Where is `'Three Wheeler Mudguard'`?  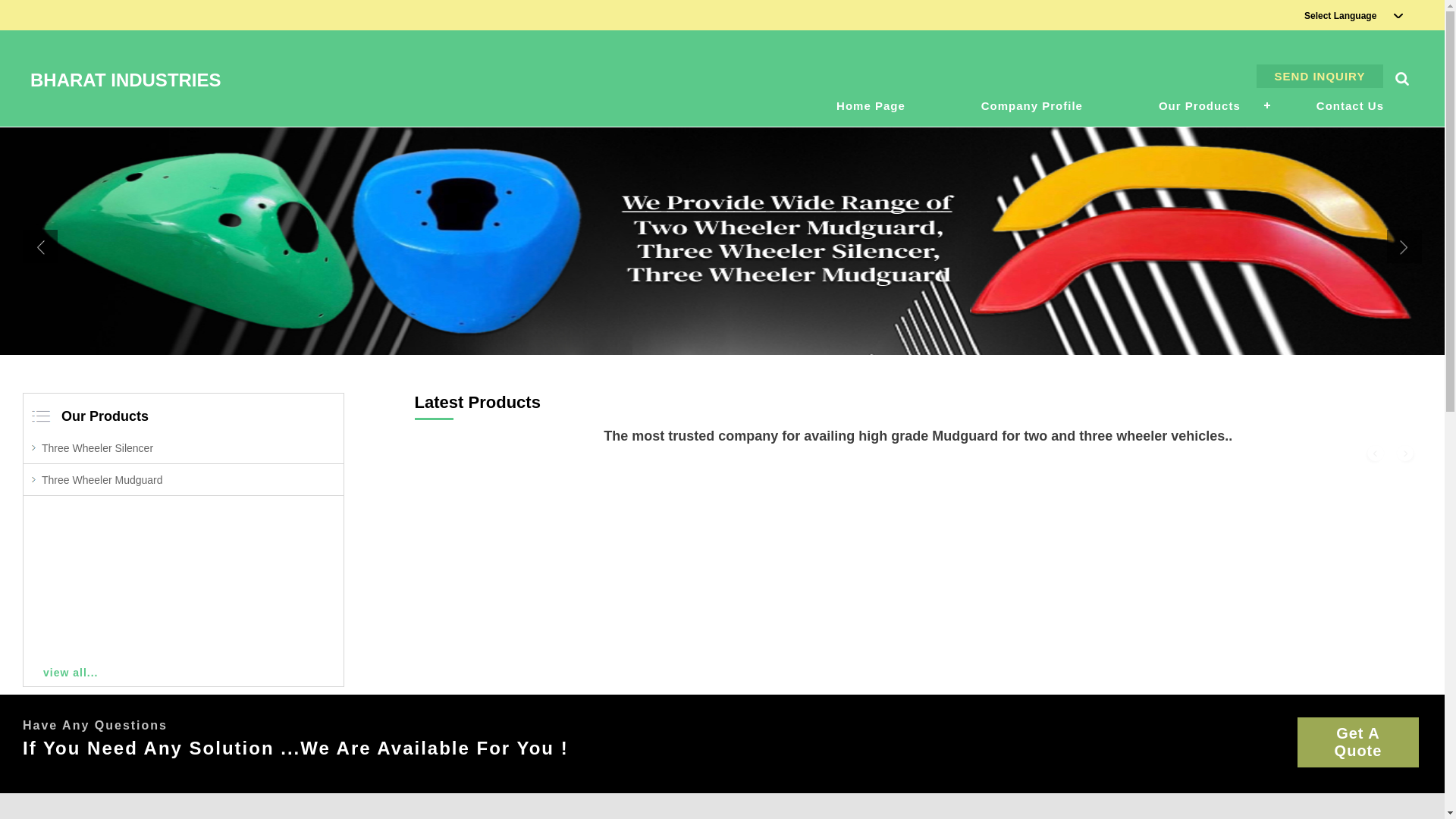
'Three Wheeler Mudguard' is located at coordinates (101, 479).